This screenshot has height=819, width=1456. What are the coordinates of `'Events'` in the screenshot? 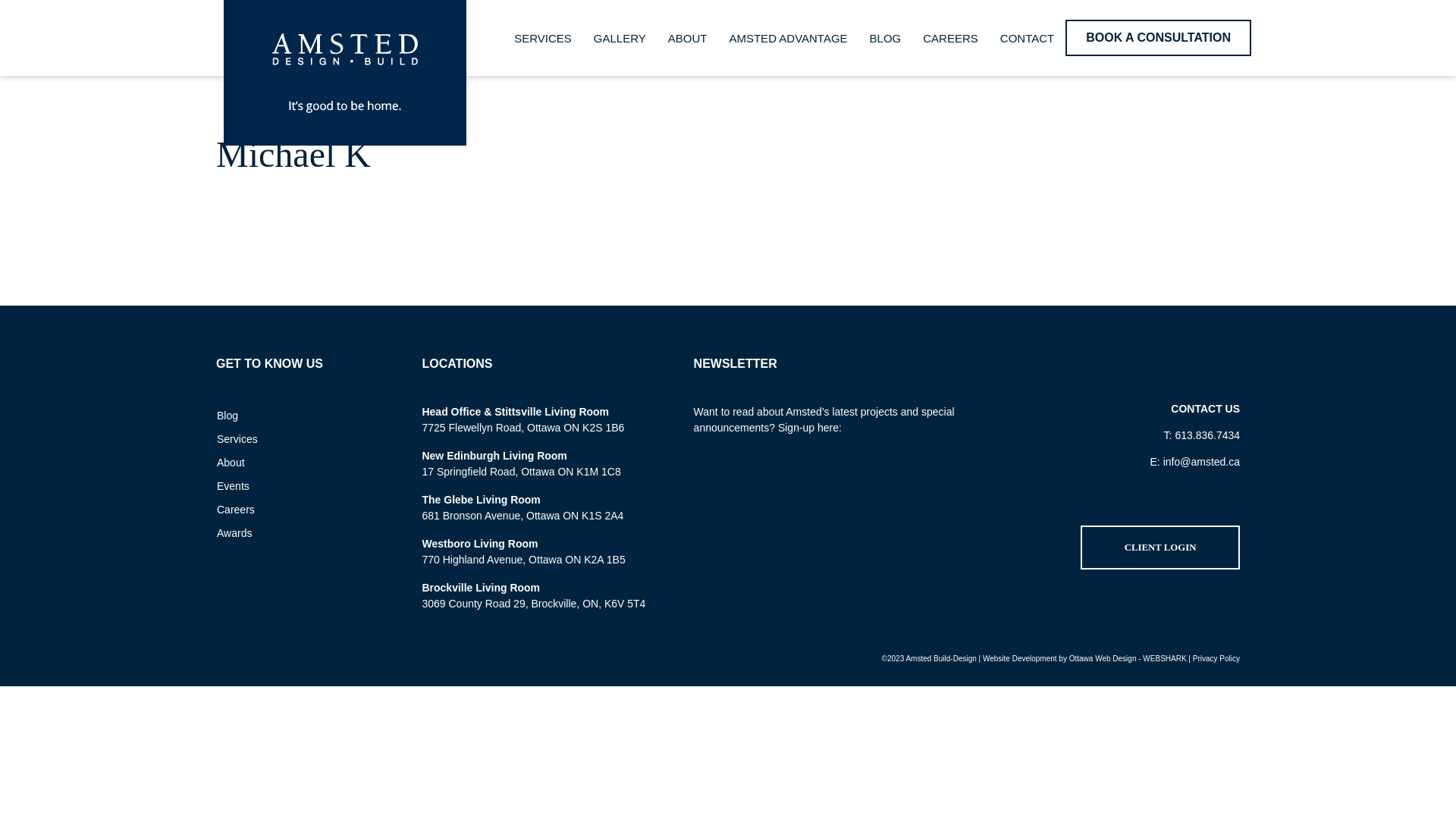 It's located at (294, 485).